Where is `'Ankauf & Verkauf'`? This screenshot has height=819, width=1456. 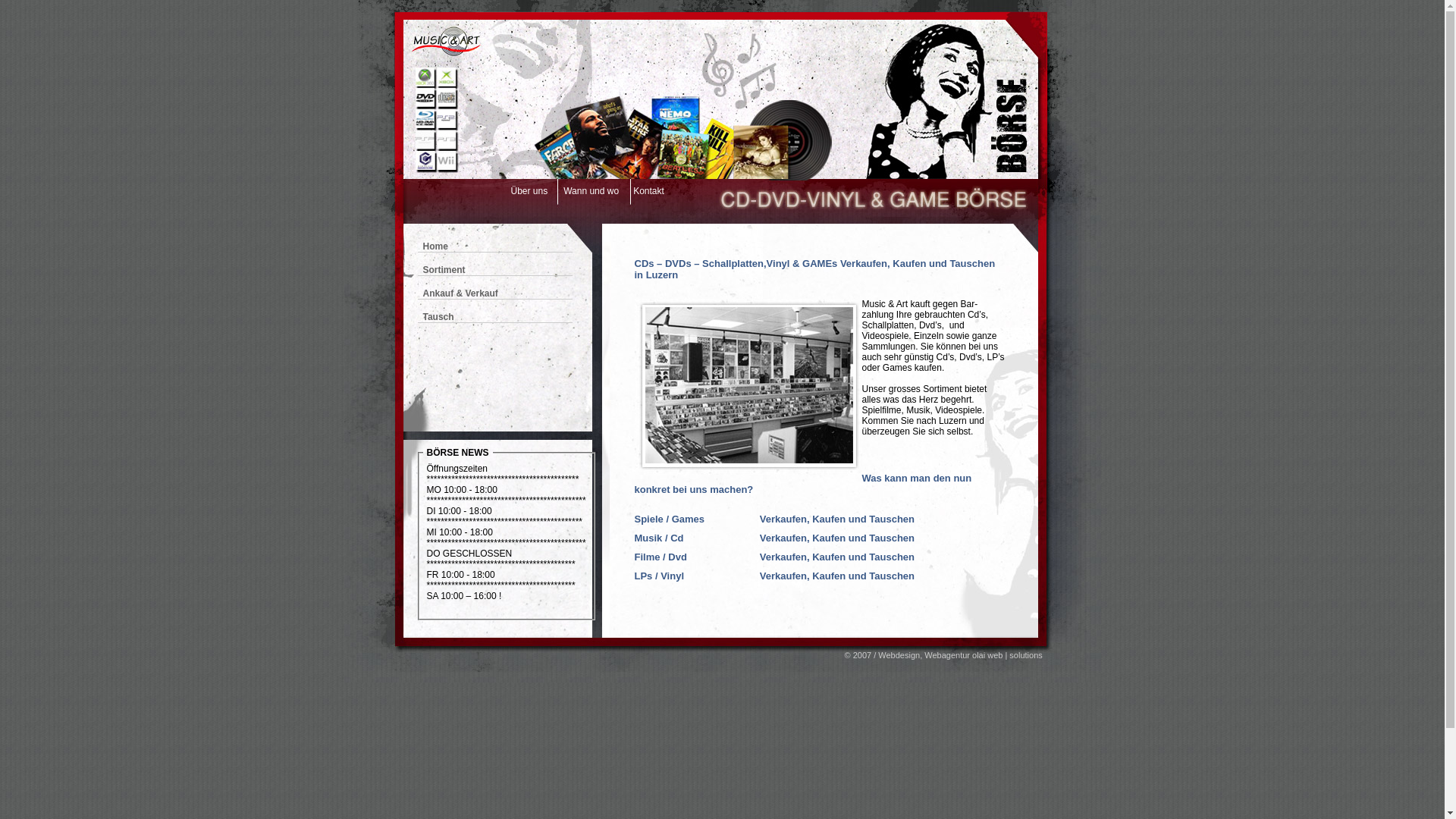
'Ankauf & Verkauf' is located at coordinates (460, 293).